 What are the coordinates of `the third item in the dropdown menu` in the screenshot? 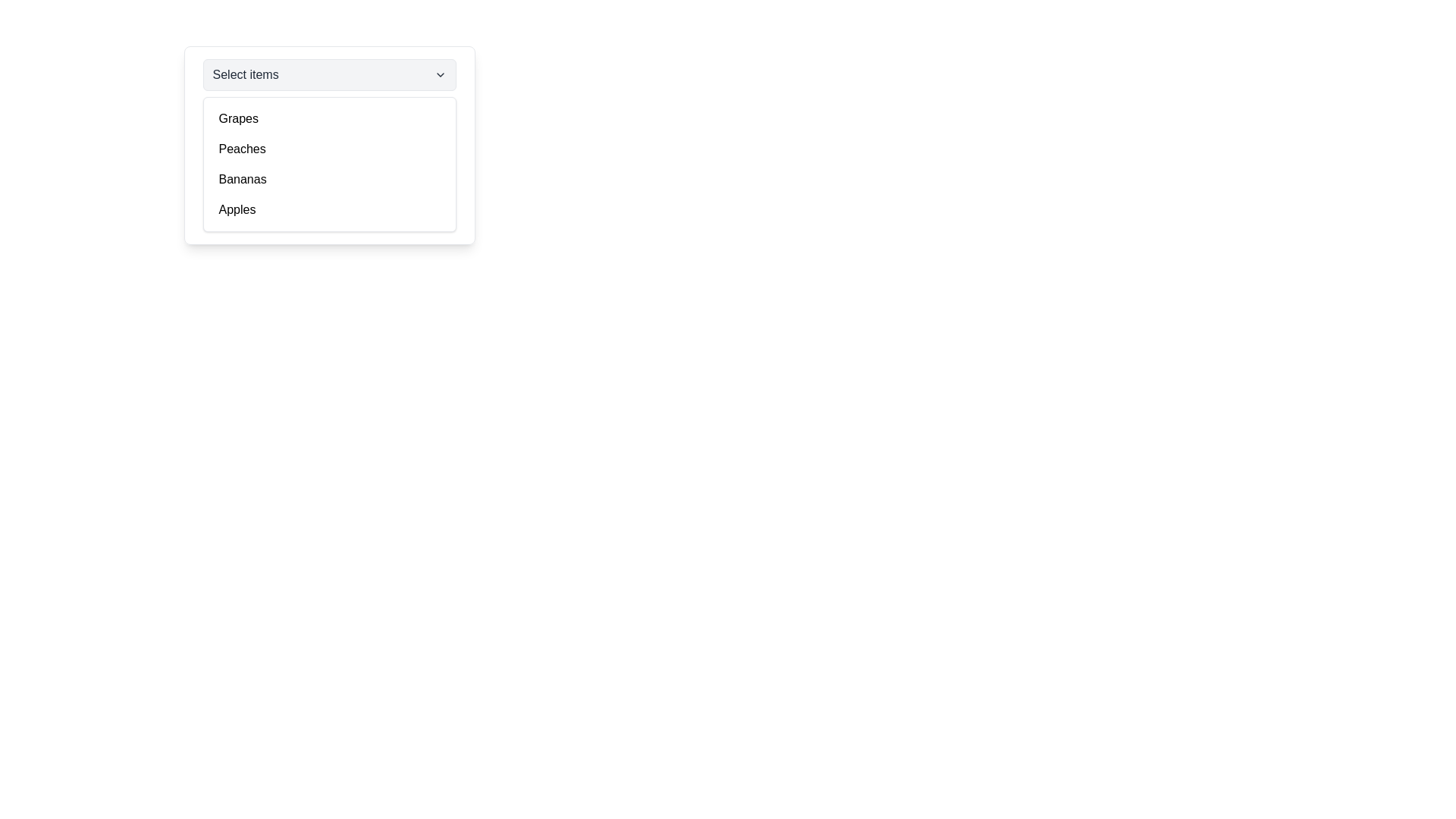 It's located at (328, 178).